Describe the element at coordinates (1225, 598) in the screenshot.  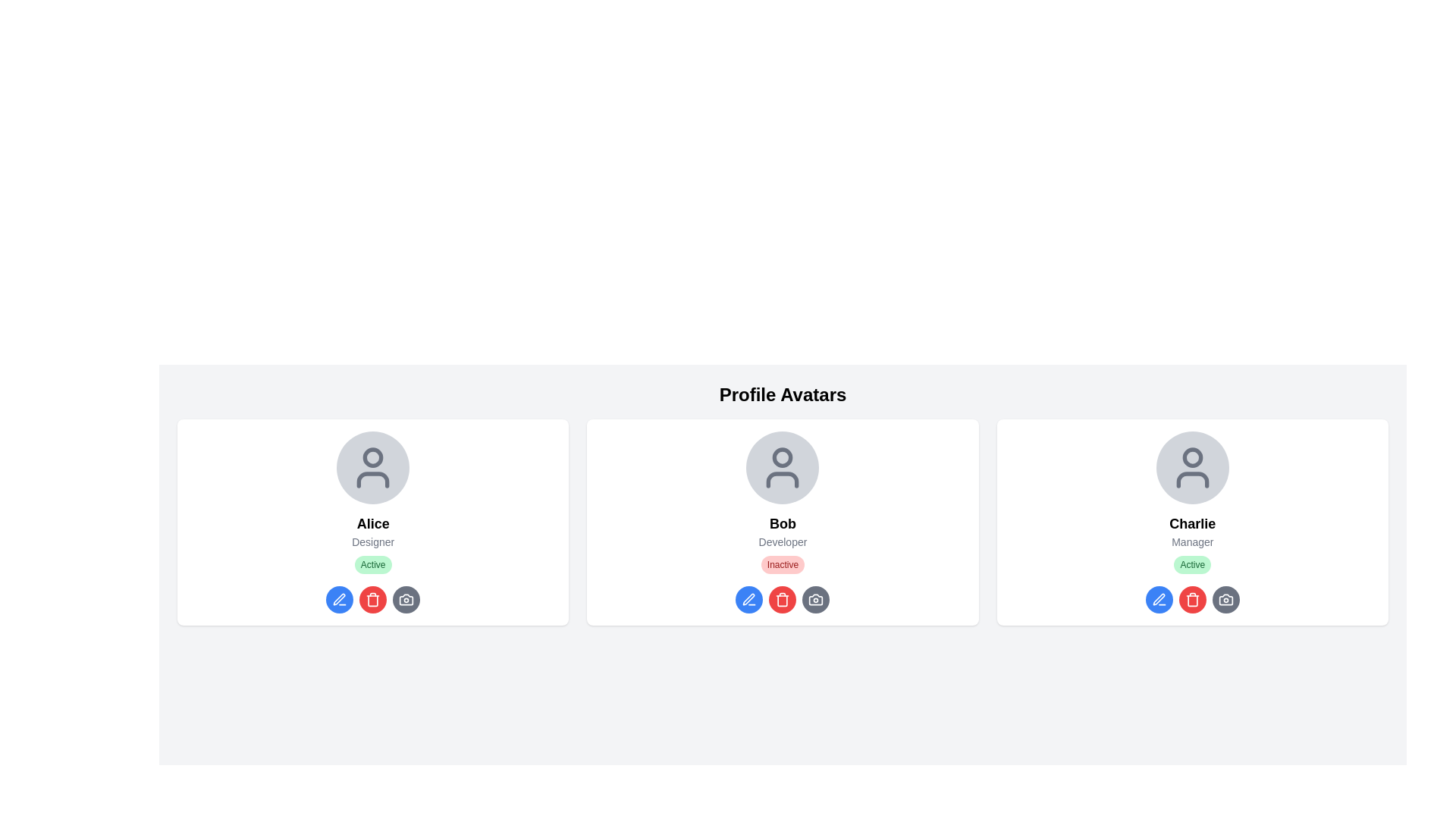
I see `the camera icon, which is outlined and positioned to the right of the pencil and trash icons in the profile card section of Charlie` at that location.